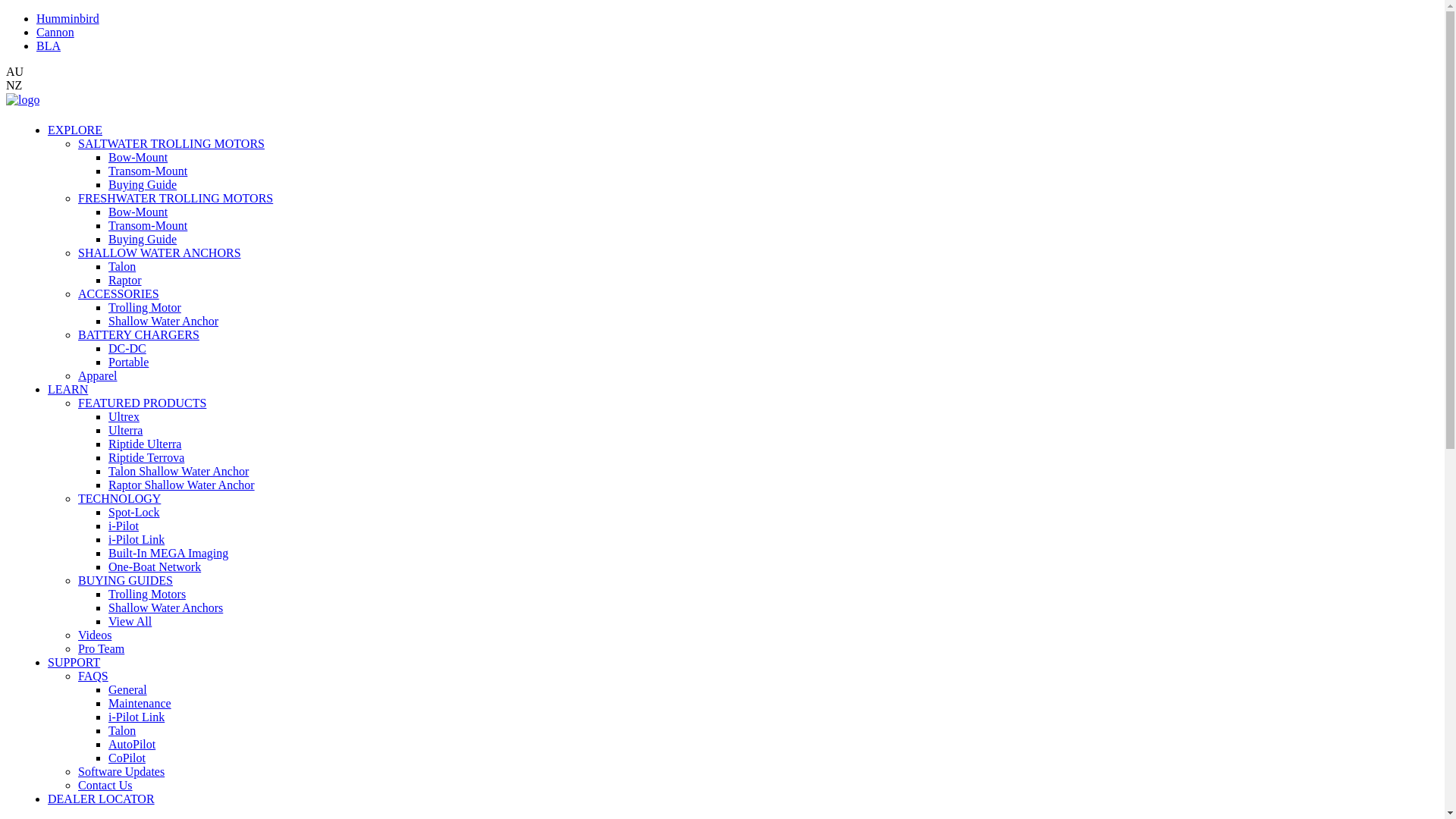 This screenshot has height=819, width=1456. What do you see at coordinates (138, 334) in the screenshot?
I see `'BATTERY CHARGERS'` at bounding box center [138, 334].